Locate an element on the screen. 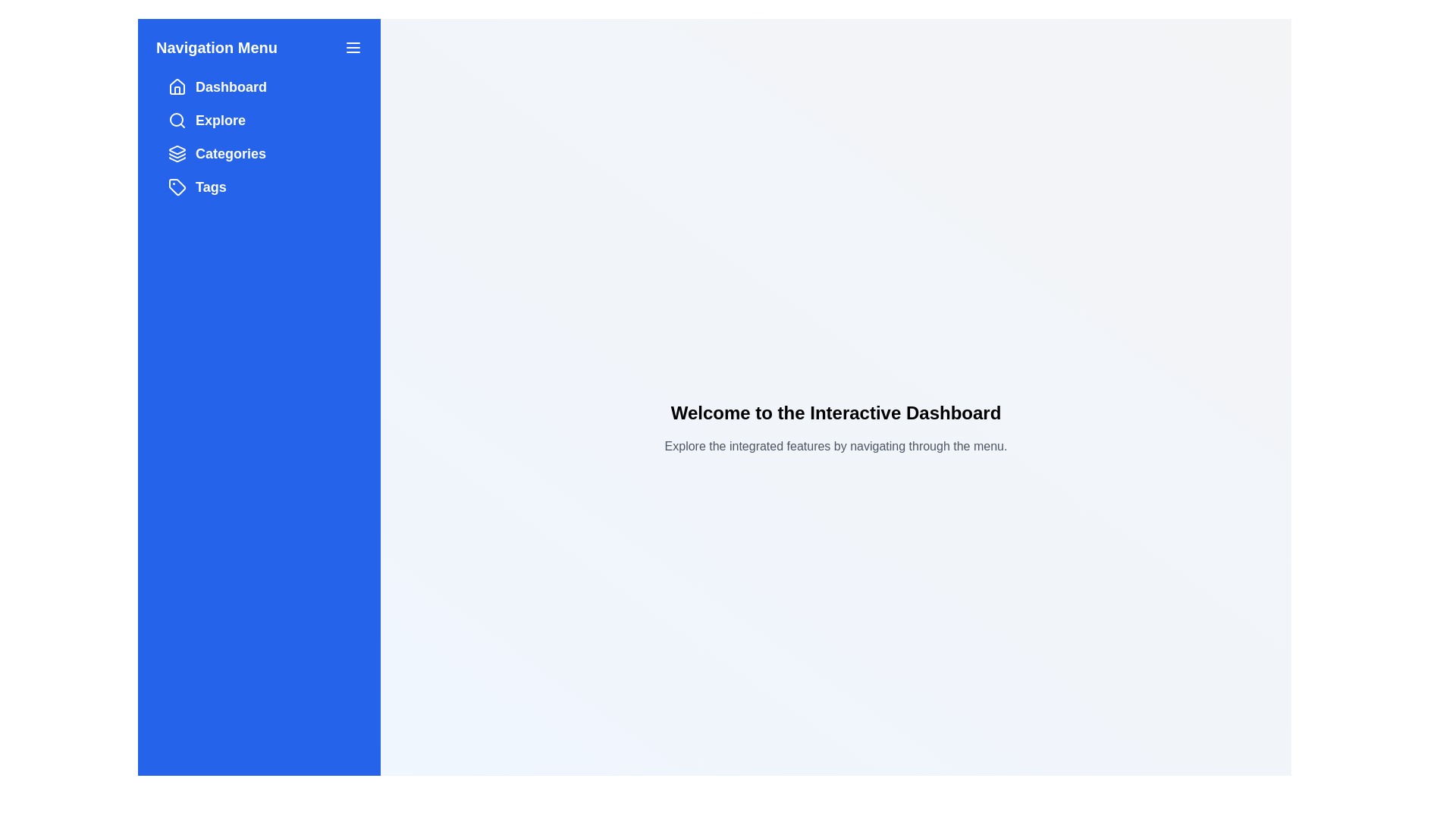 The height and width of the screenshot is (819, 1456). the menu item labeled Categories is located at coordinates (259, 154).